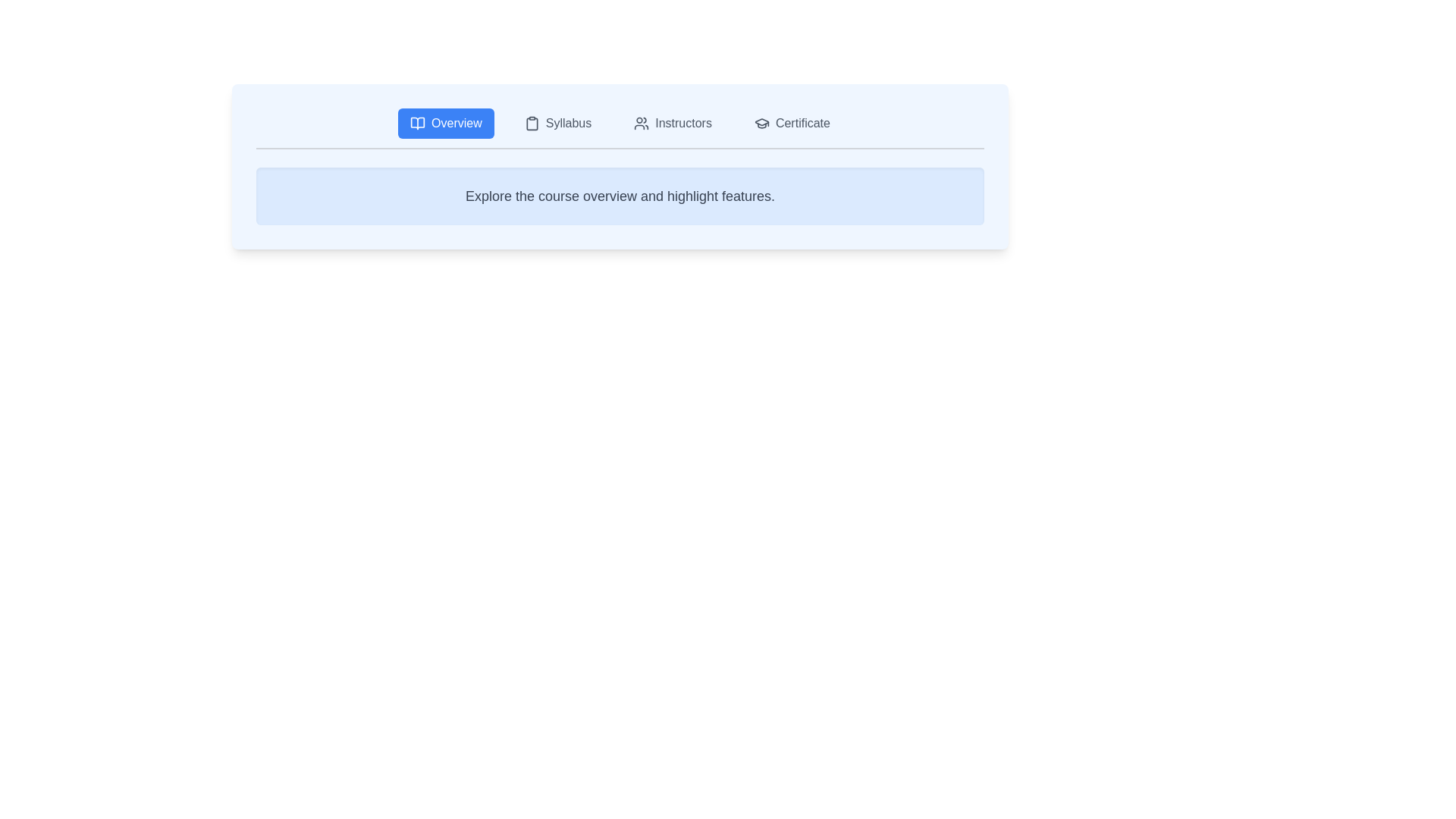 The height and width of the screenshot is (819, 1456). What do you see at coordinates (445, 122) in the screenshot?
I see `the Overview tab` at bounding box center [445, 122].